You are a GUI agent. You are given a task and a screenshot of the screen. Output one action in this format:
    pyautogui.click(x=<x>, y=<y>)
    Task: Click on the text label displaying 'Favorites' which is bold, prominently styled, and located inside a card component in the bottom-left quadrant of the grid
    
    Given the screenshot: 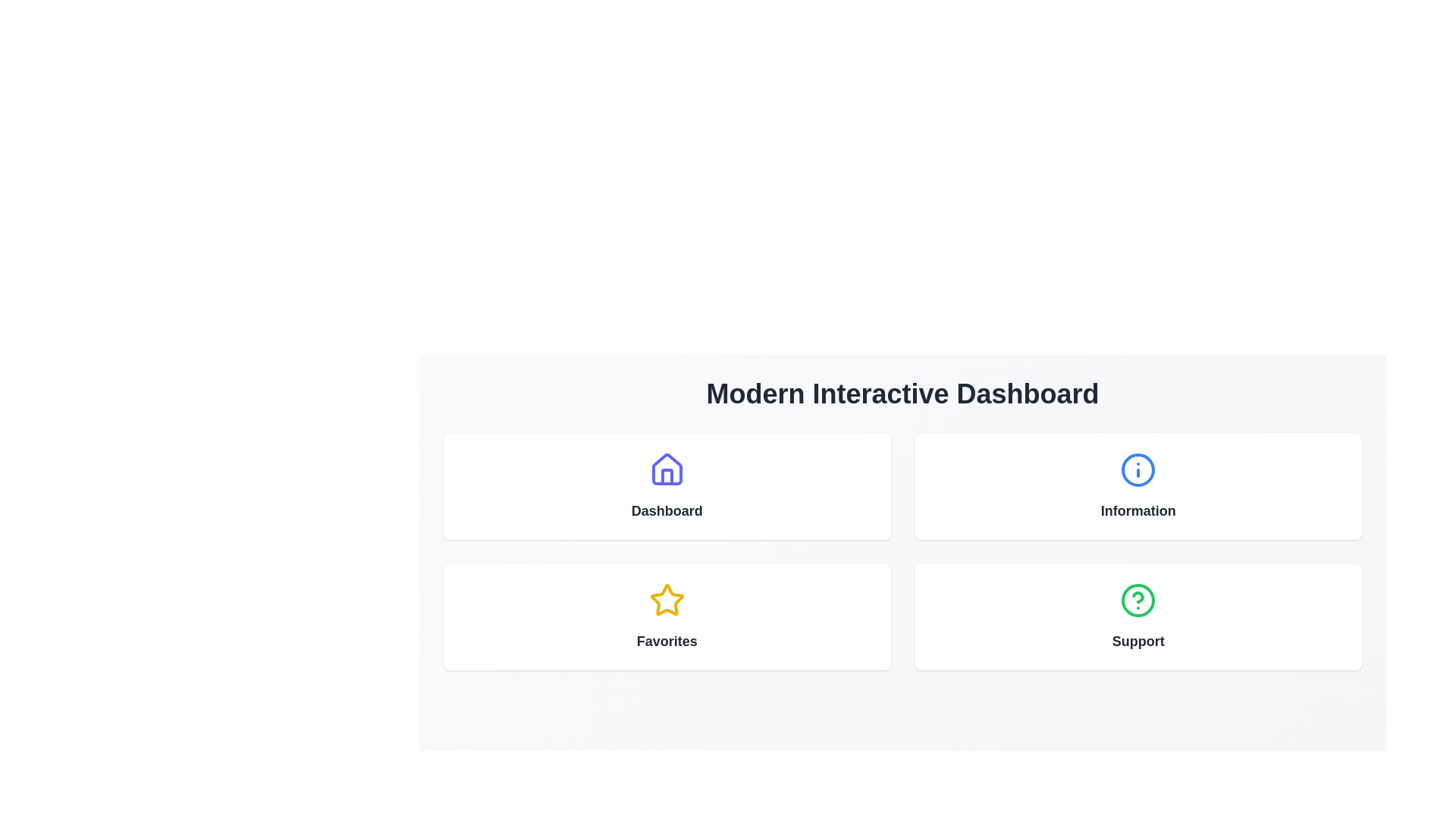 What is the action you would take?
    pyautogui.click(x=667, y=641)
    